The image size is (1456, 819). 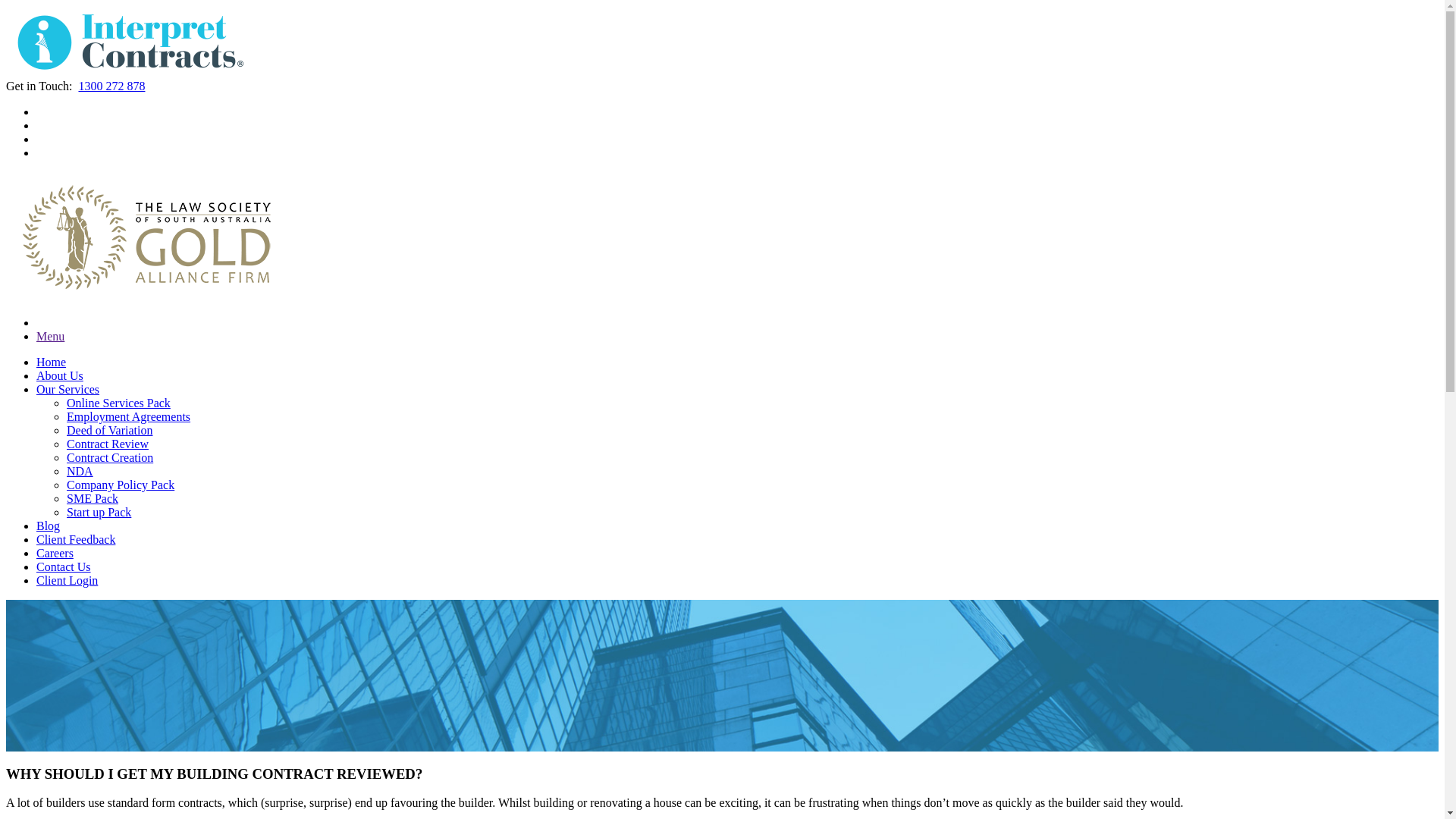 What do you see at coordinates (50, 335) in the screenshot?
I see `'Menu'` at bounding box center [50, 335].